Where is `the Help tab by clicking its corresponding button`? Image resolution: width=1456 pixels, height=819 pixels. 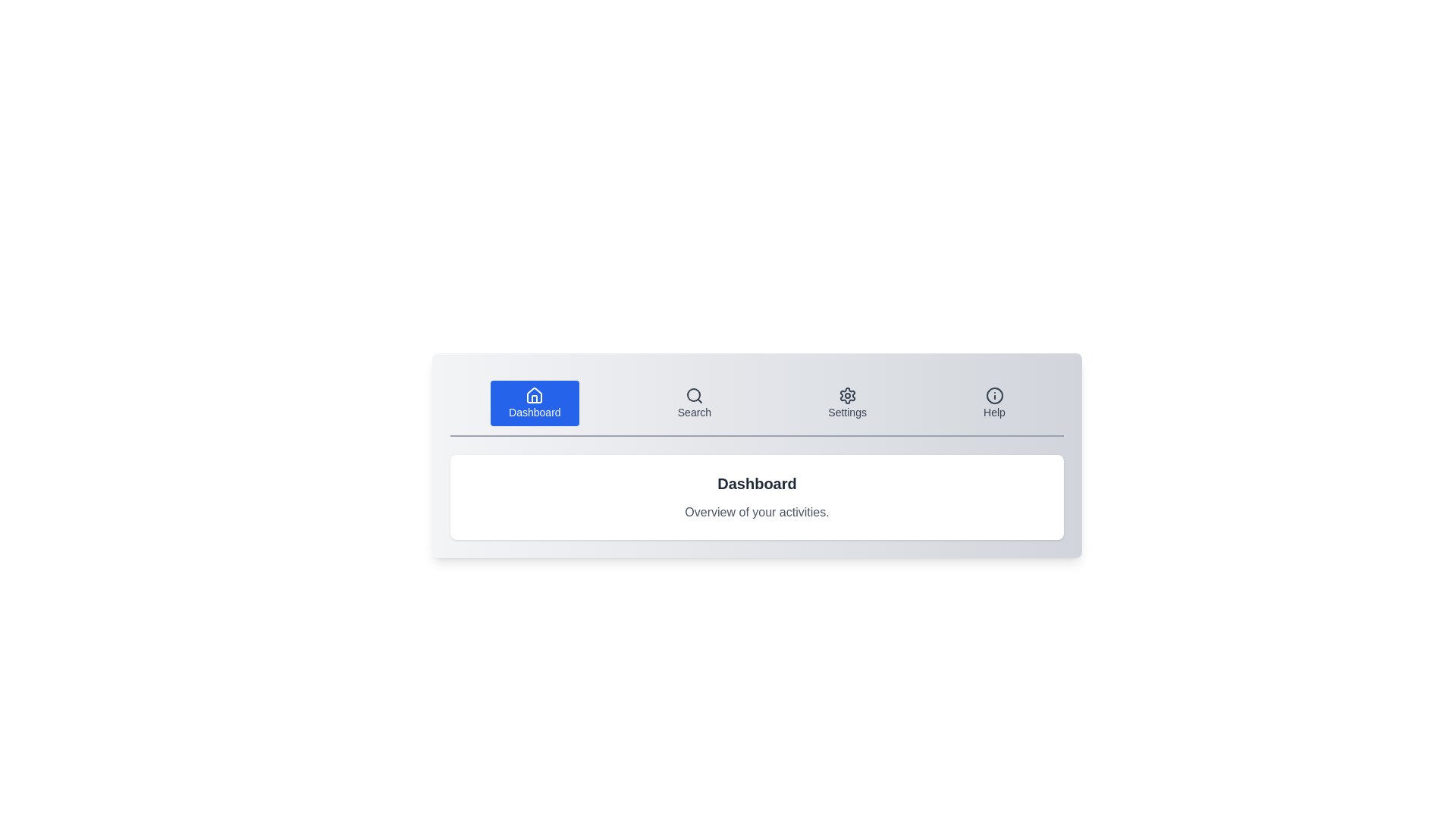 the Help tab by clicking its corresponding button is located at coordinates (994, 403).